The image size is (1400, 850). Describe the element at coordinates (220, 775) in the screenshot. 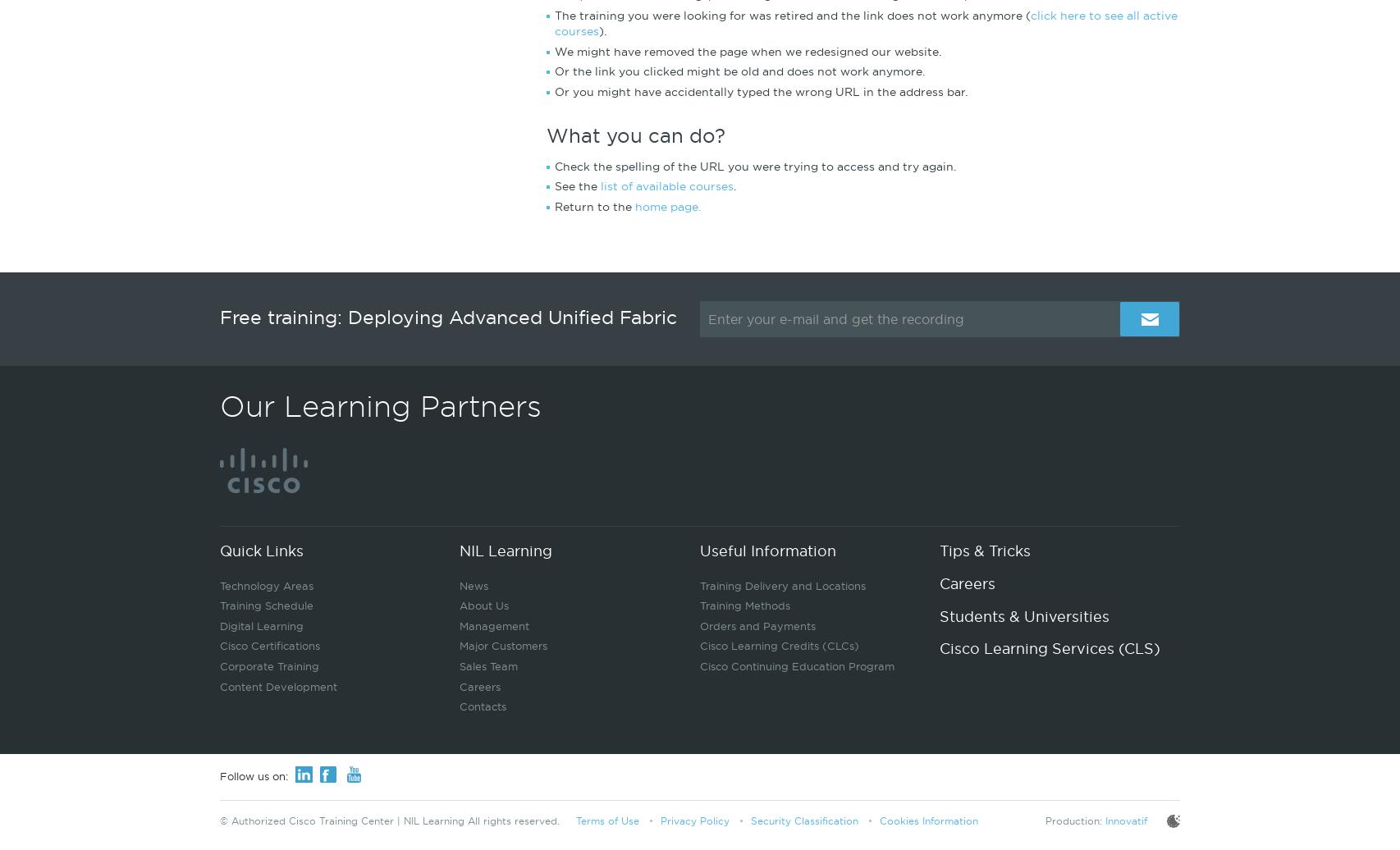

I see `'Follow us on:'` at that location.